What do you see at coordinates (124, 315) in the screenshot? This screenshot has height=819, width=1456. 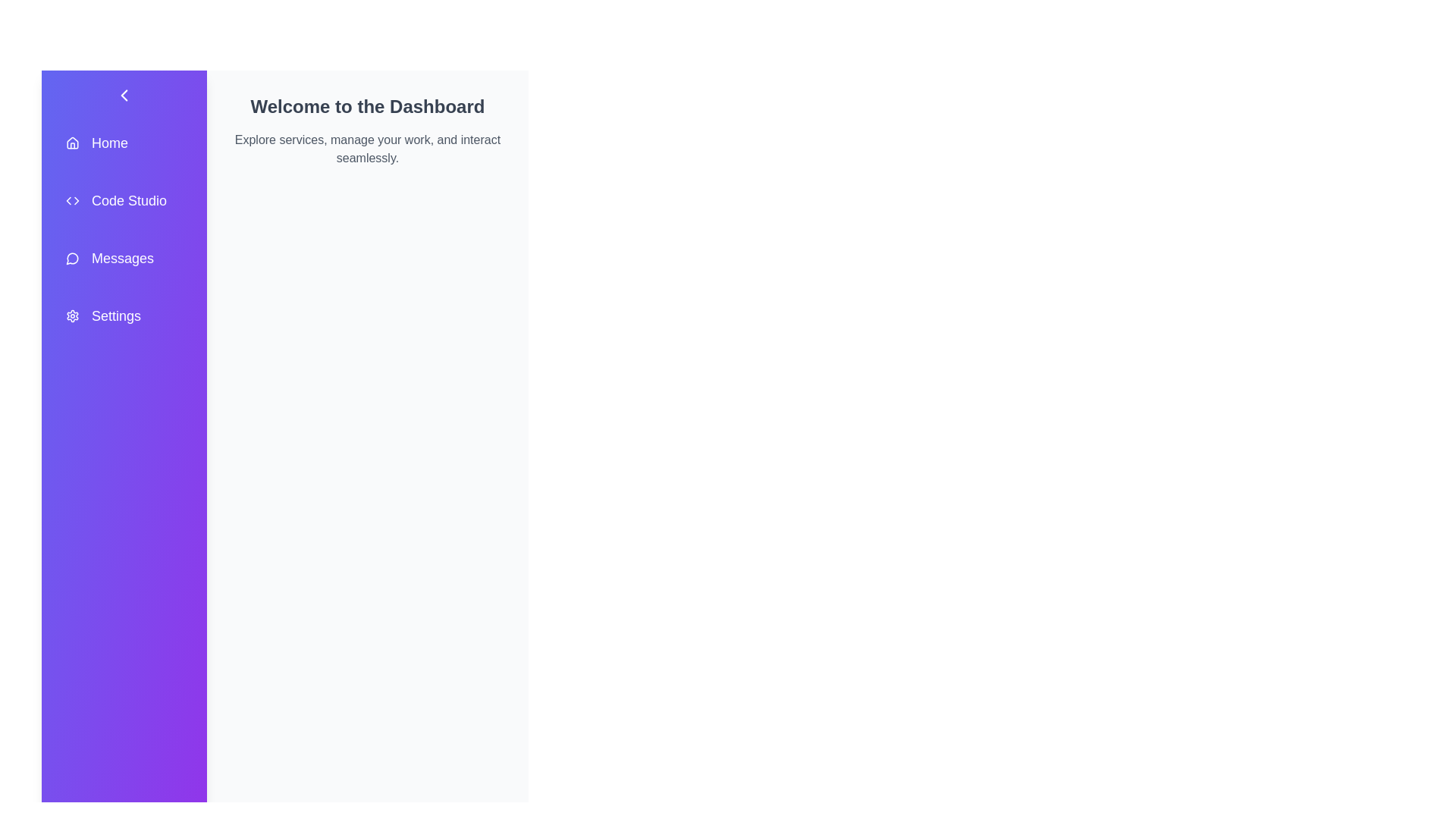 I see `the menu item labeled 'Settings' to observe its hover effect` at bounding box center [124, 315].